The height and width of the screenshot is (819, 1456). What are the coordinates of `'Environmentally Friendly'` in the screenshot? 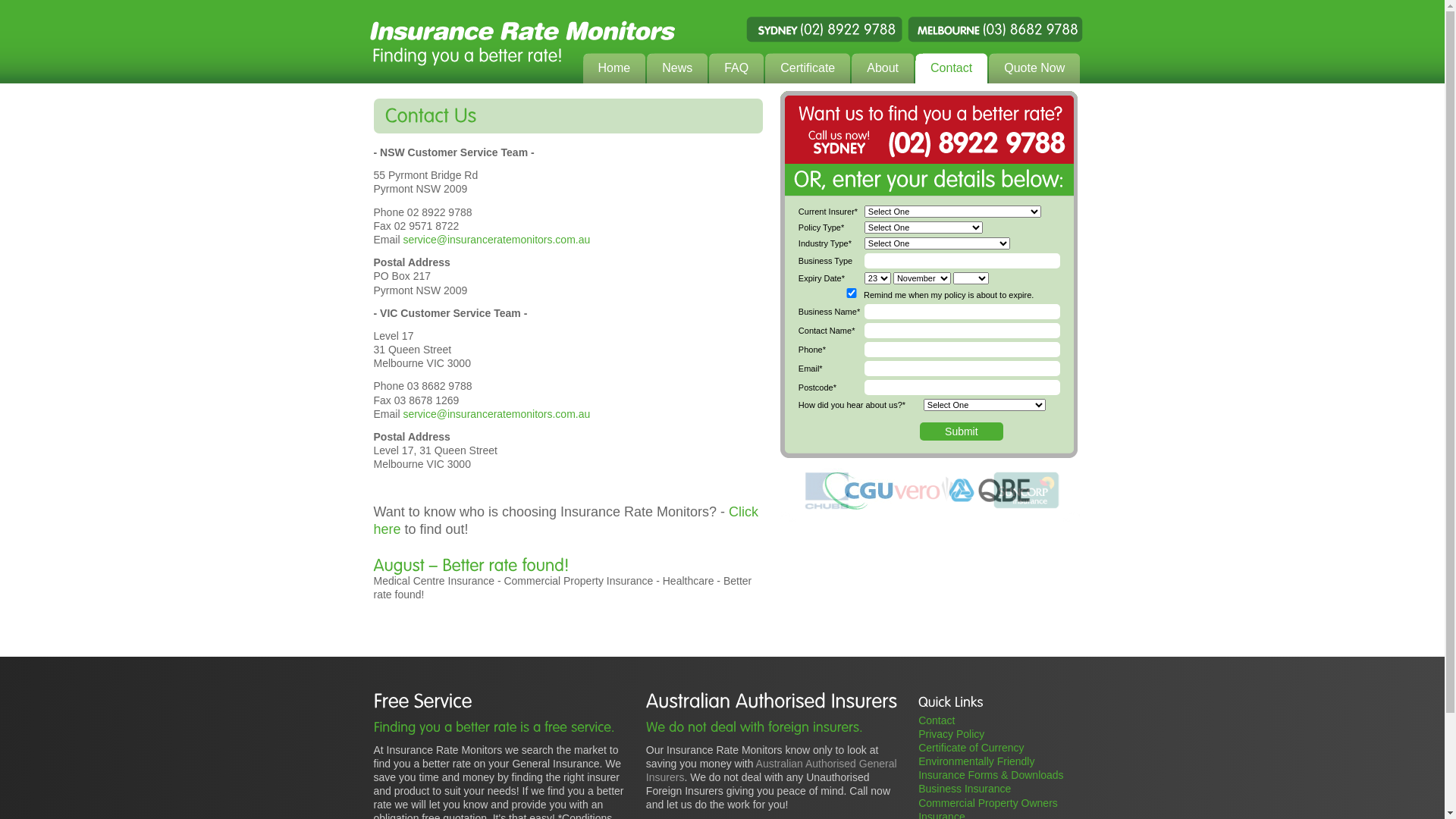 It's located at (976, 761).